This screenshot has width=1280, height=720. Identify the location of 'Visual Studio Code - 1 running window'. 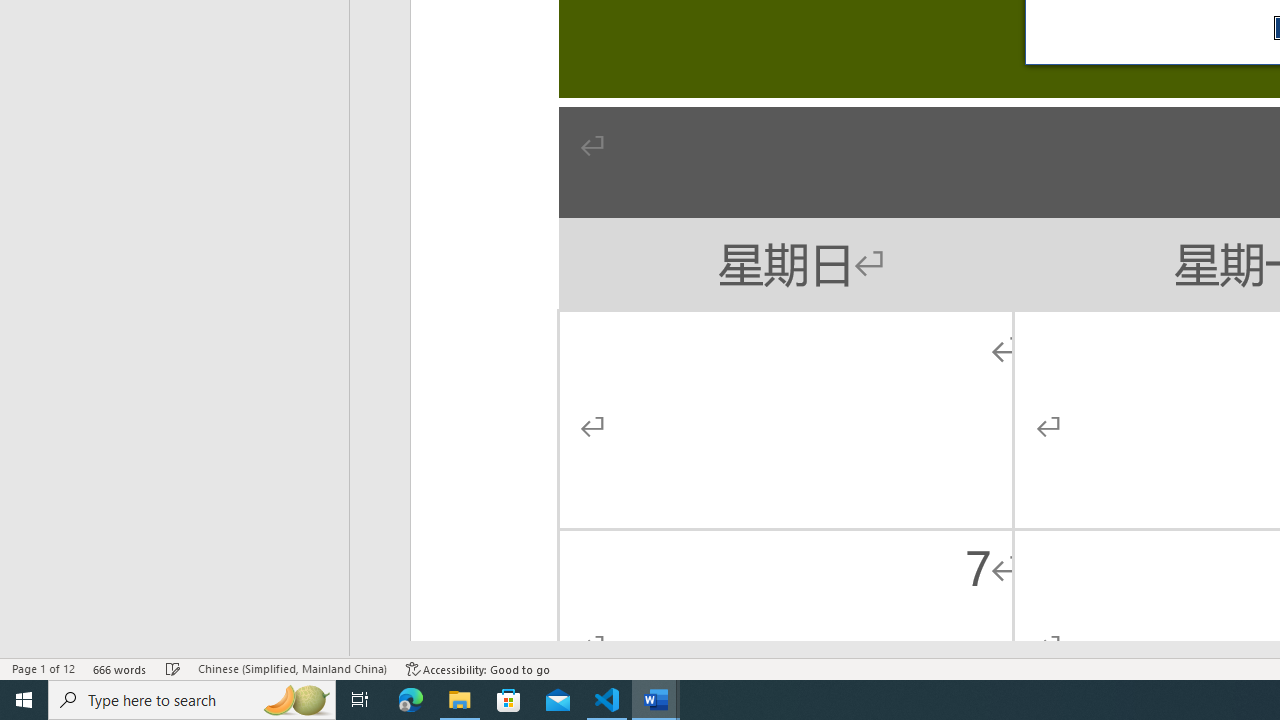
(606, 698).